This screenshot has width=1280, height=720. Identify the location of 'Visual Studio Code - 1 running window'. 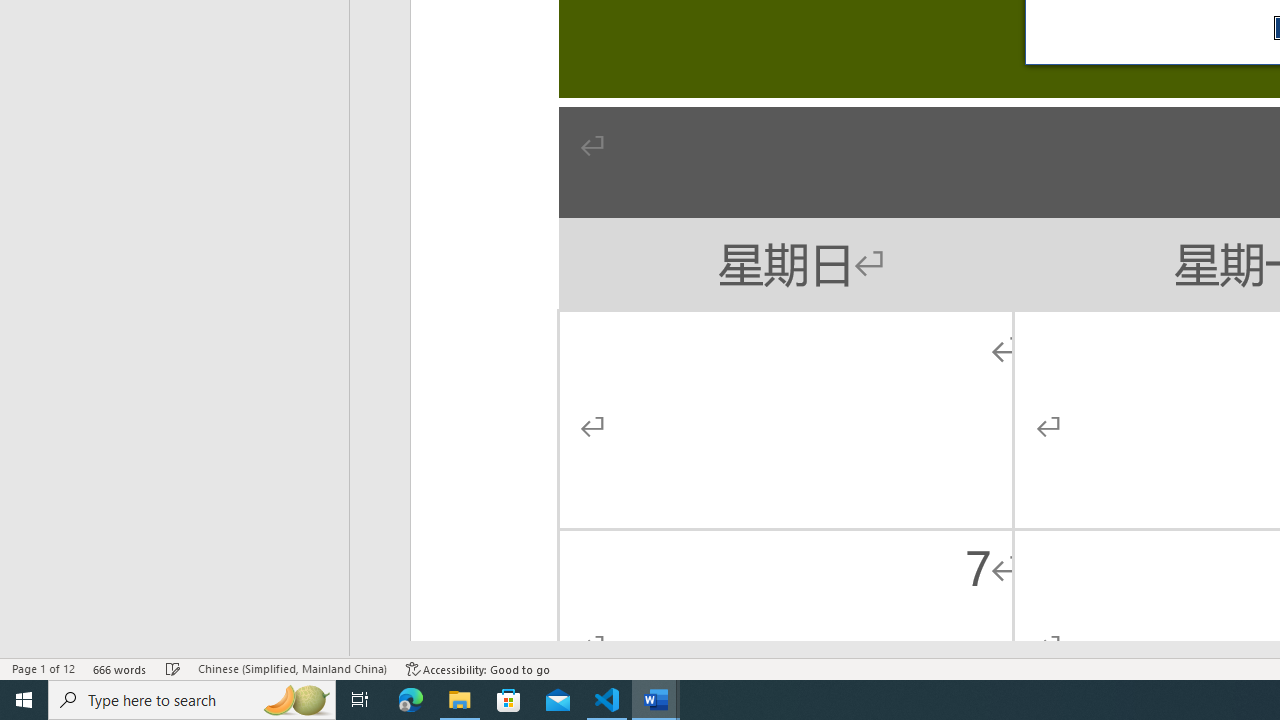
(606, 698).